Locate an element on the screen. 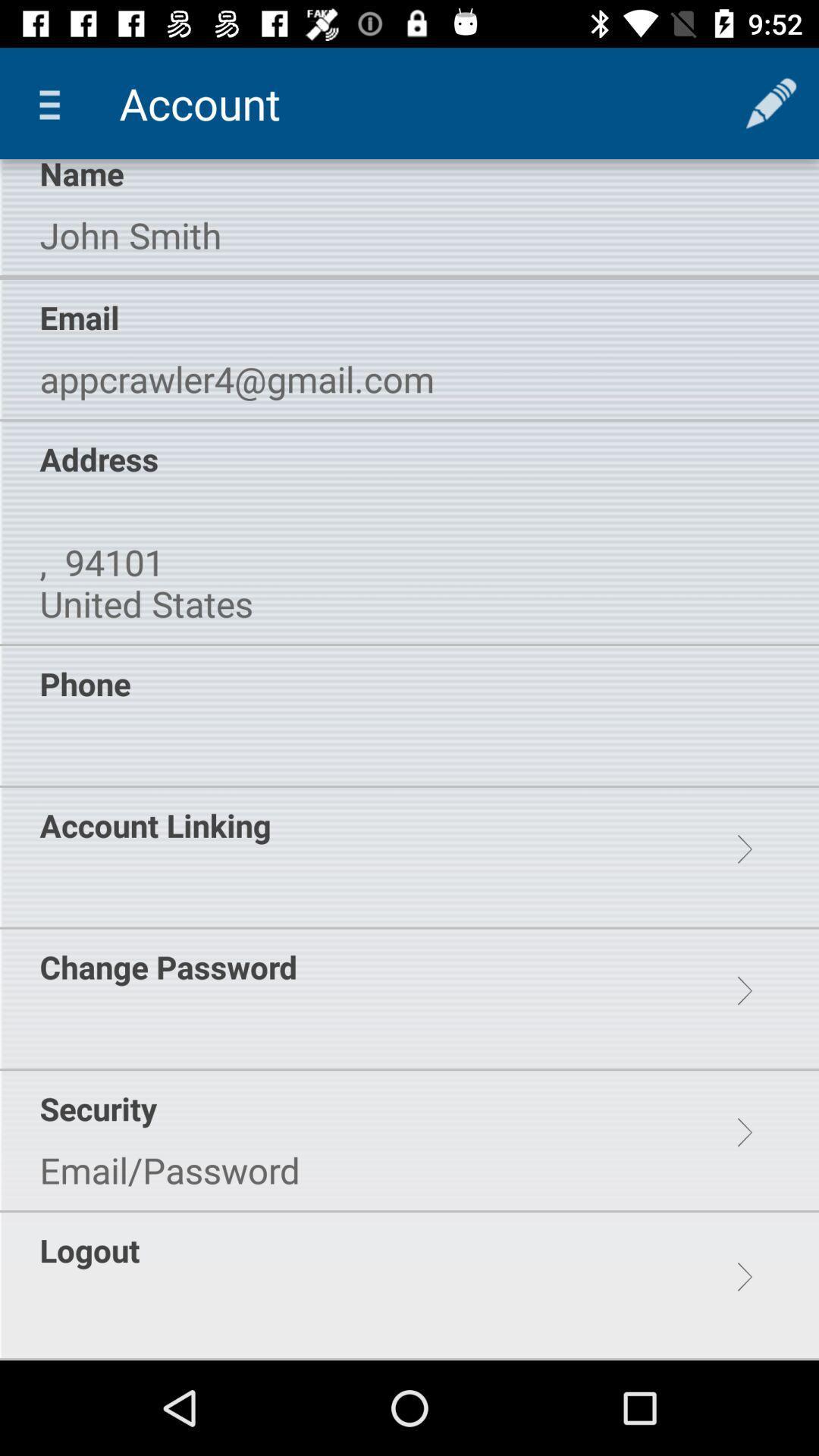 The height and width of the screenshot is (1456, 819). logout item is located at coordinates (89, 1250).